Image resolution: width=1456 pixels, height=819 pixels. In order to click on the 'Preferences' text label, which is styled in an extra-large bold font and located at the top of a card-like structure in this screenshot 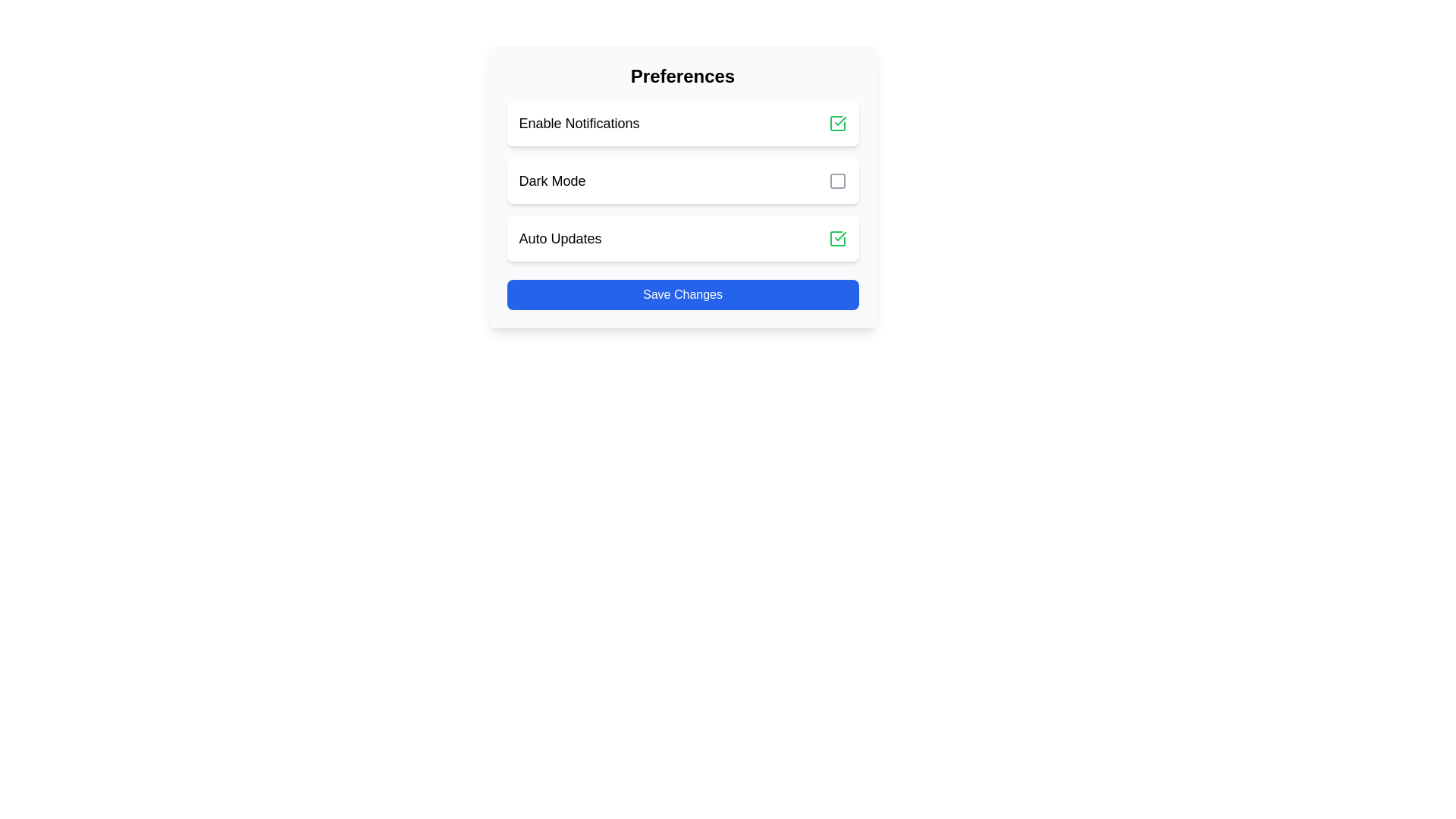, I will do `click(682, 76)`.